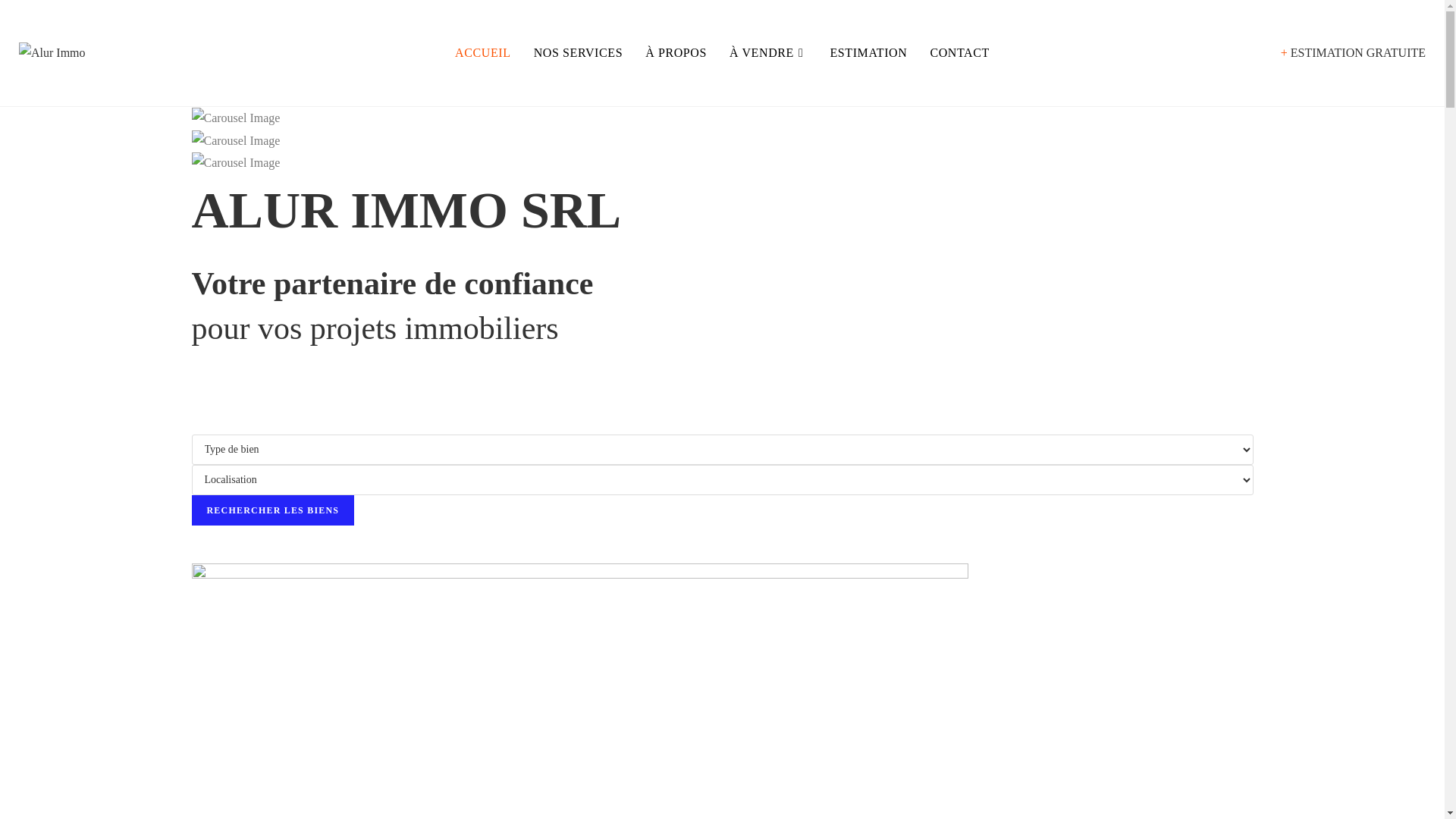  I want to click on 'ESTIMATION', so click(868, 52).